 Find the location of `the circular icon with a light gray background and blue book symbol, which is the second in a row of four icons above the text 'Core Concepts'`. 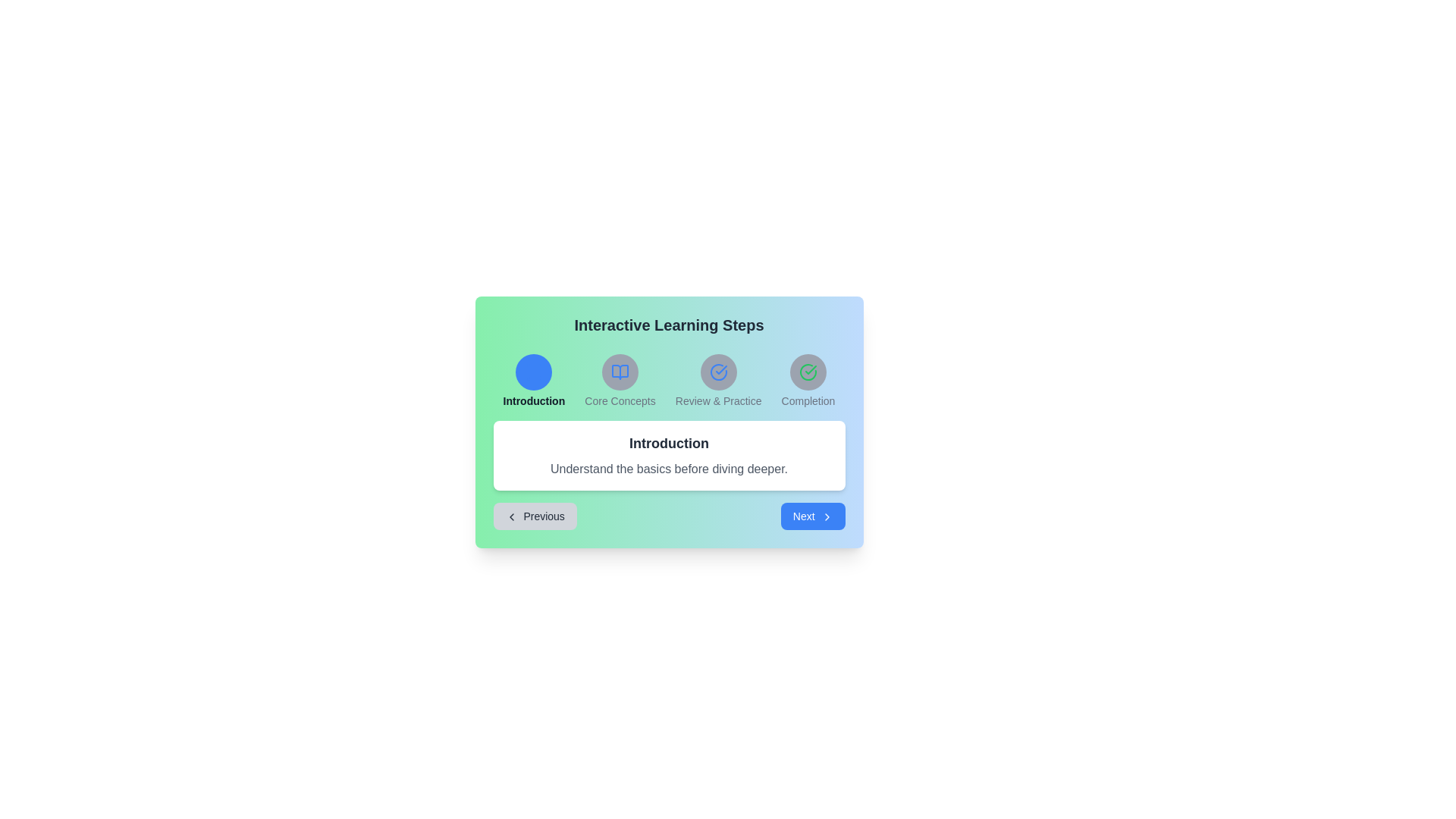

the circular icon with a light gray background and blue book symbol, which is the second in a row of four icons above the text 'Core Concepts' is located at coordinates (620, 372).